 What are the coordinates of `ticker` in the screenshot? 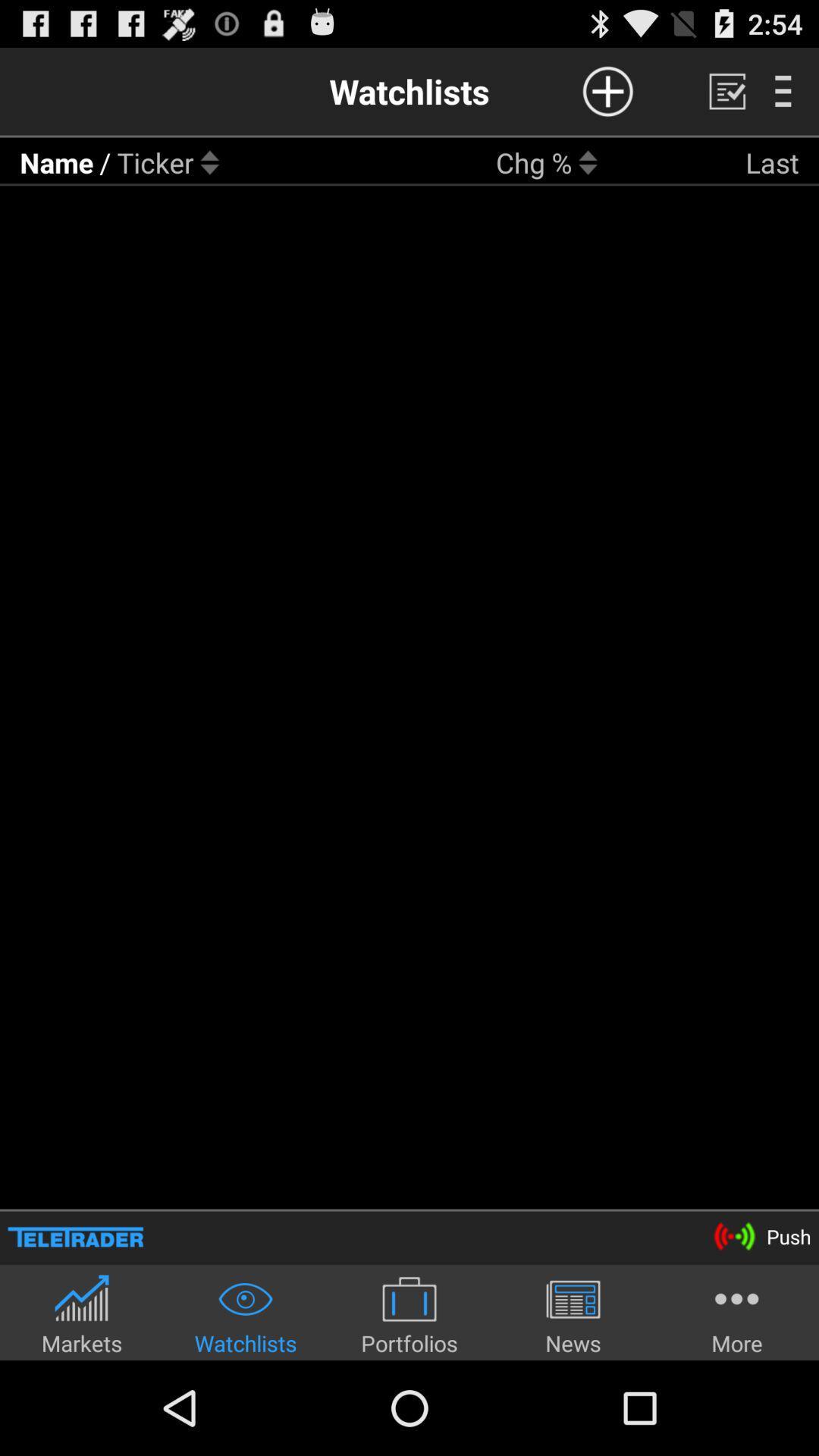 It's located at (155, 162).